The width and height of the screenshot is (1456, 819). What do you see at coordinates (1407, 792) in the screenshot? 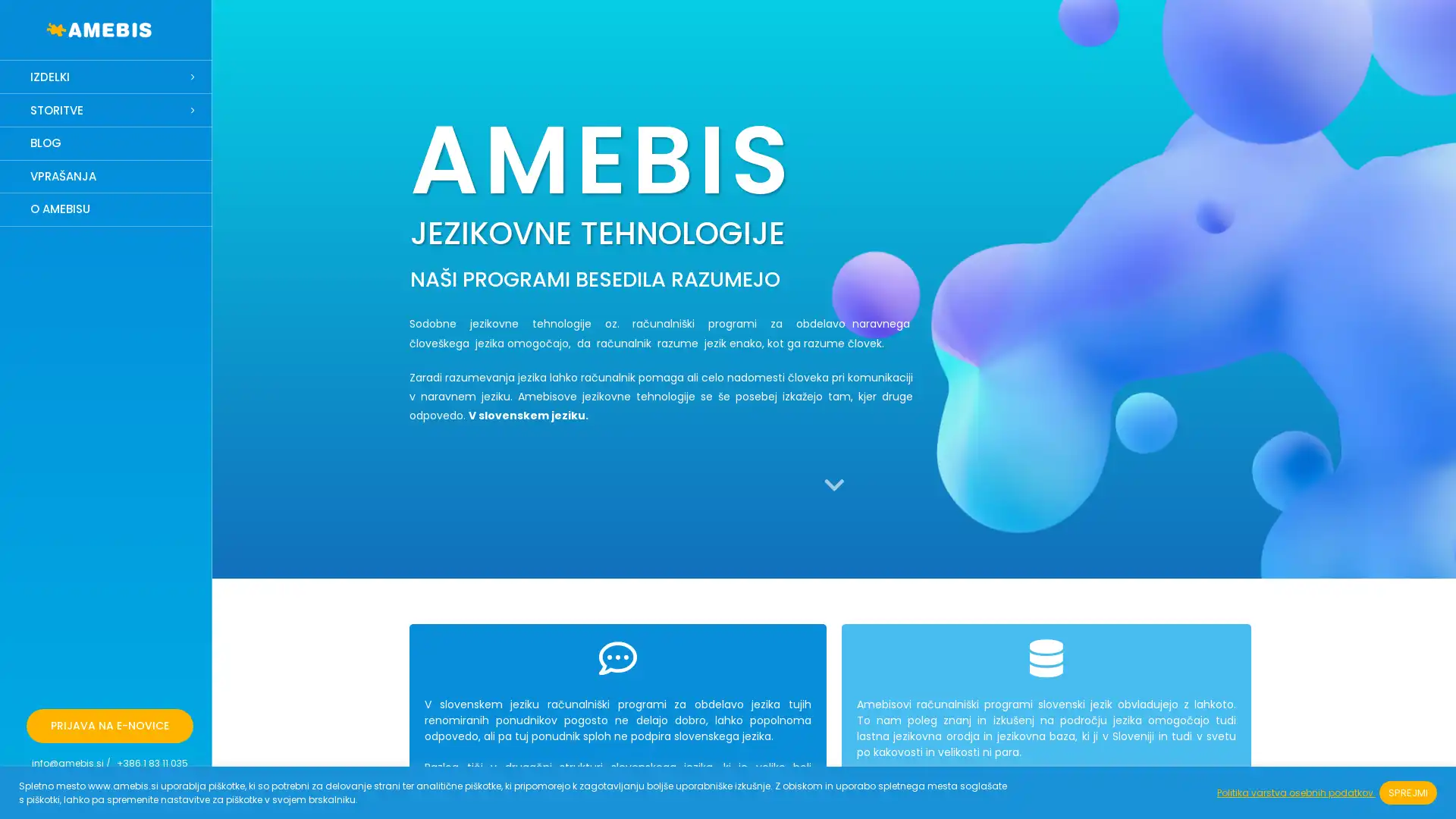
I see `SPREJMI` at bounding box center [1407, 792].